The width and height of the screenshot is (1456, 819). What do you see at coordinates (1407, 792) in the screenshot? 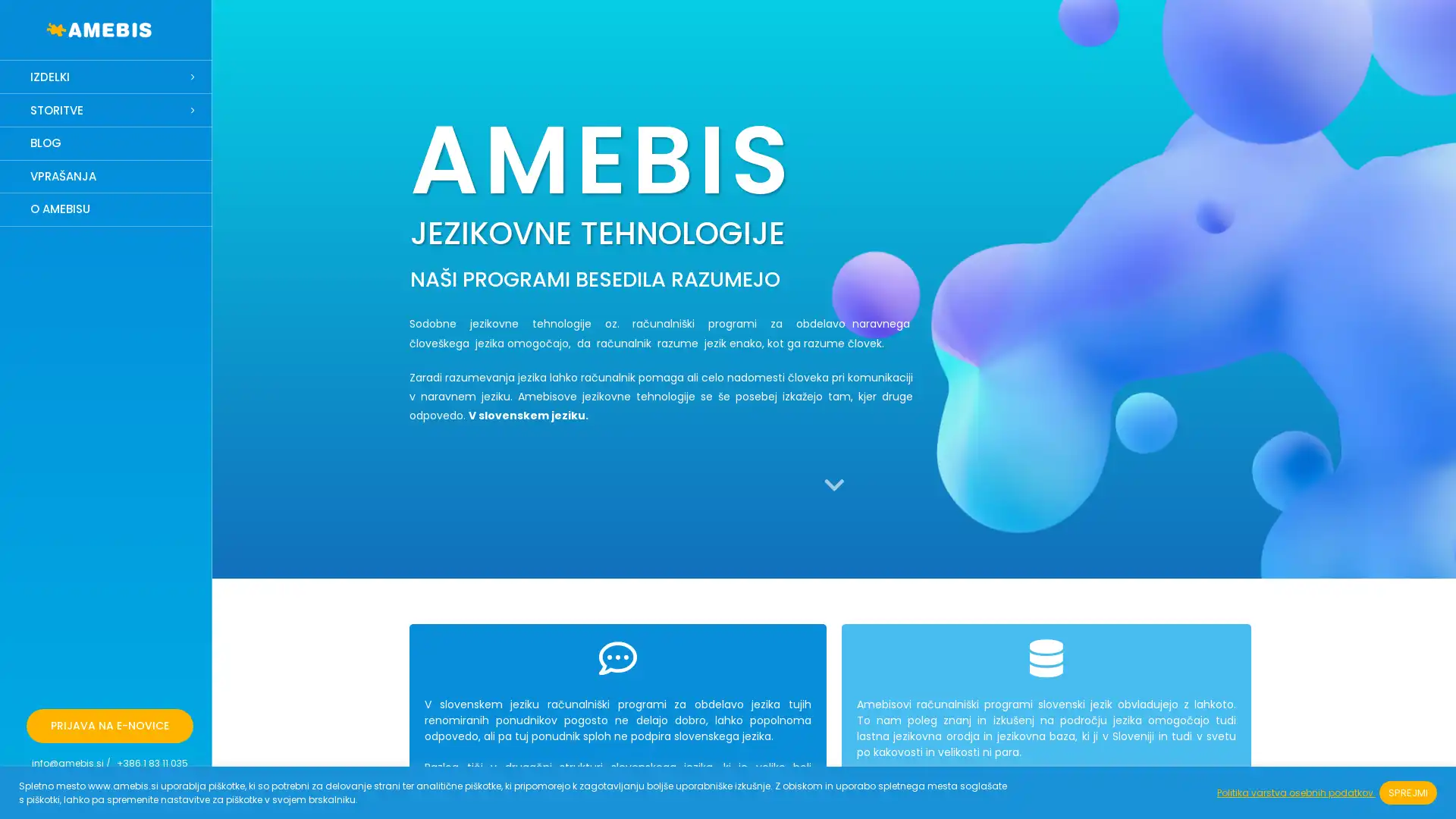
I see `SPREJMI` at bounding box center [1407, 792].